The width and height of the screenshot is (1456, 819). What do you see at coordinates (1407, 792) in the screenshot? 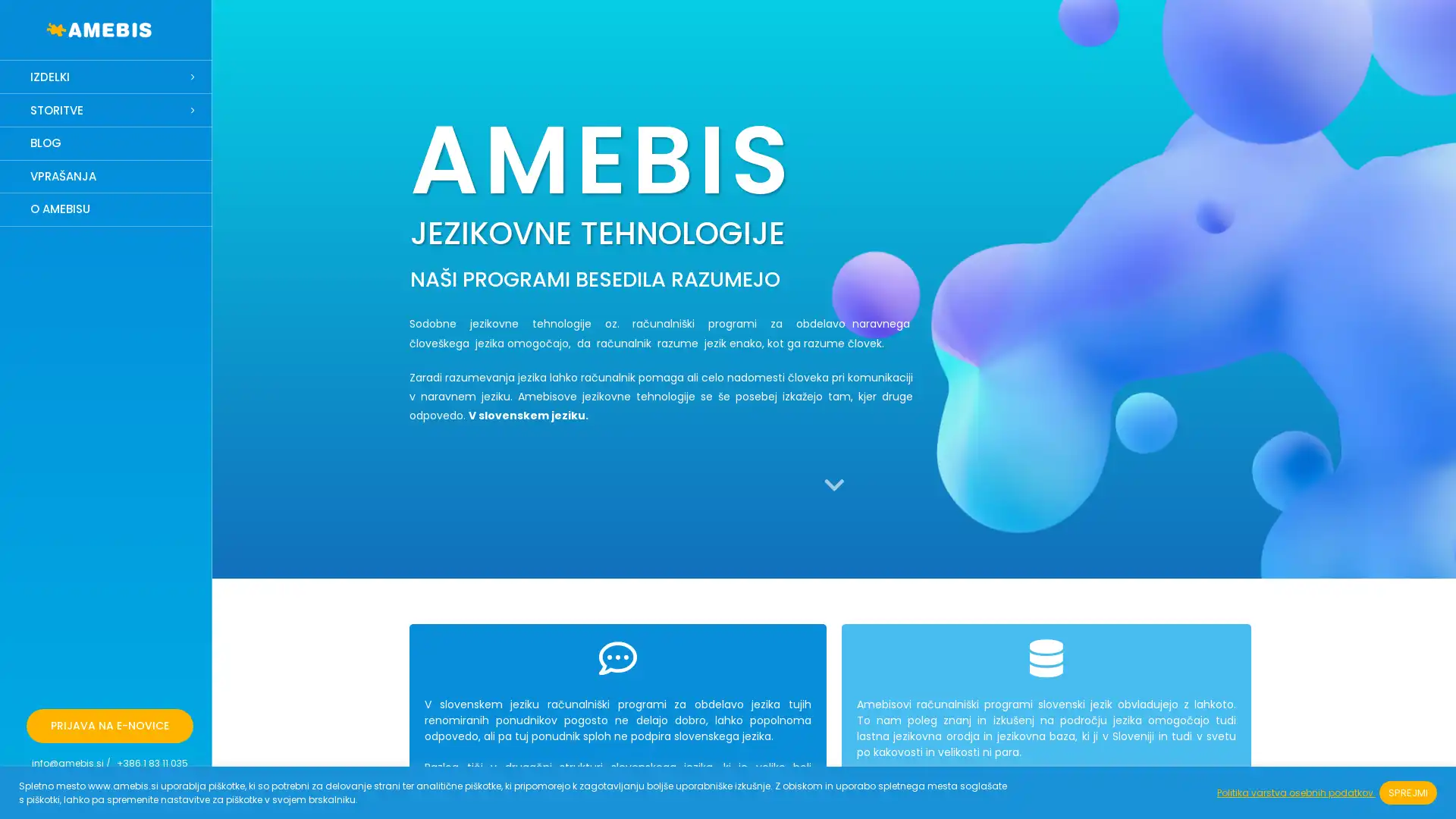
I see `SPREJMI` at bounding box center [1407, 792].